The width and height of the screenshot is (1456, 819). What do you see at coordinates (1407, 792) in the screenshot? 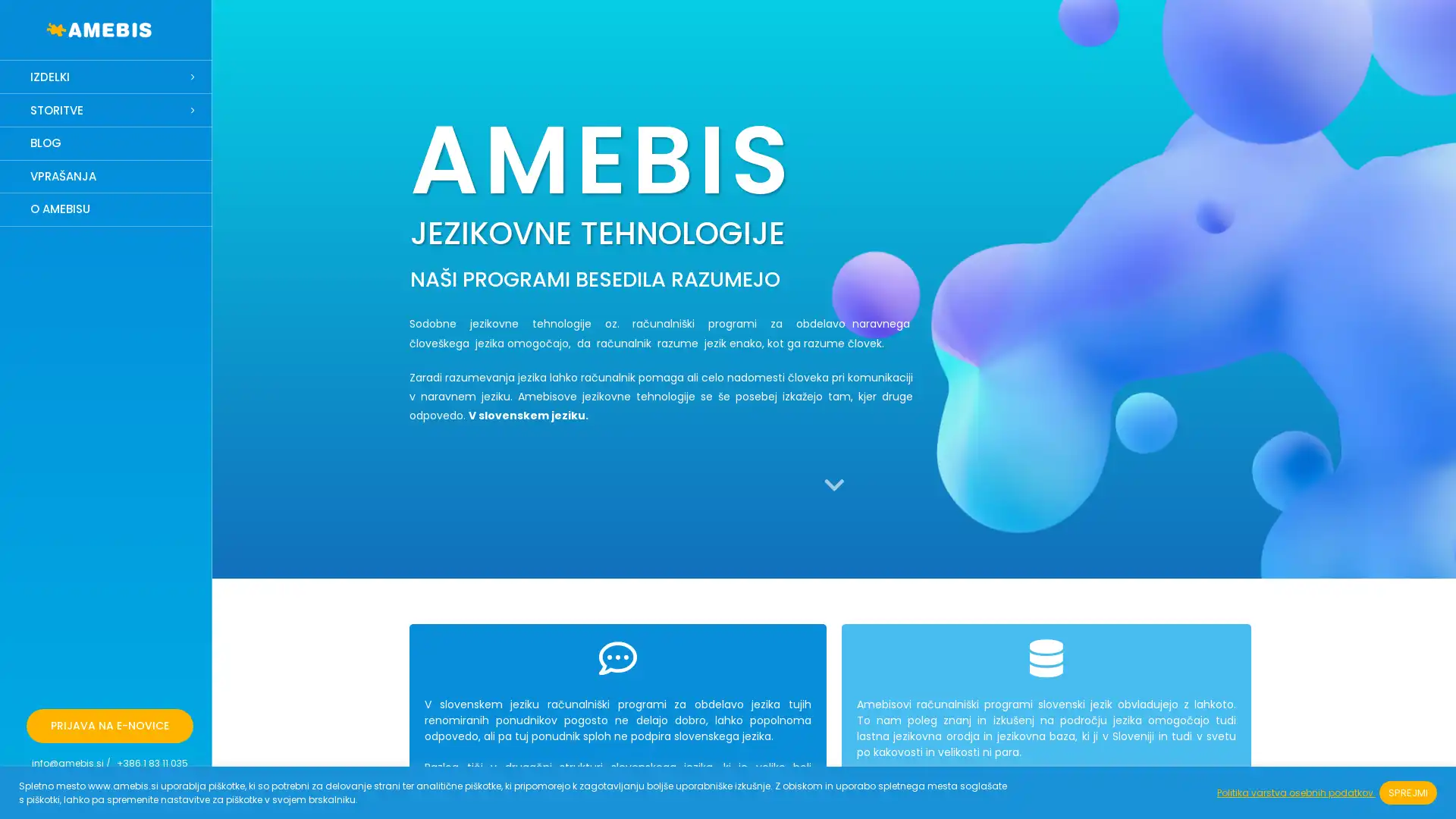
I see `SPREJMI` at bounding box center [1407, 792].